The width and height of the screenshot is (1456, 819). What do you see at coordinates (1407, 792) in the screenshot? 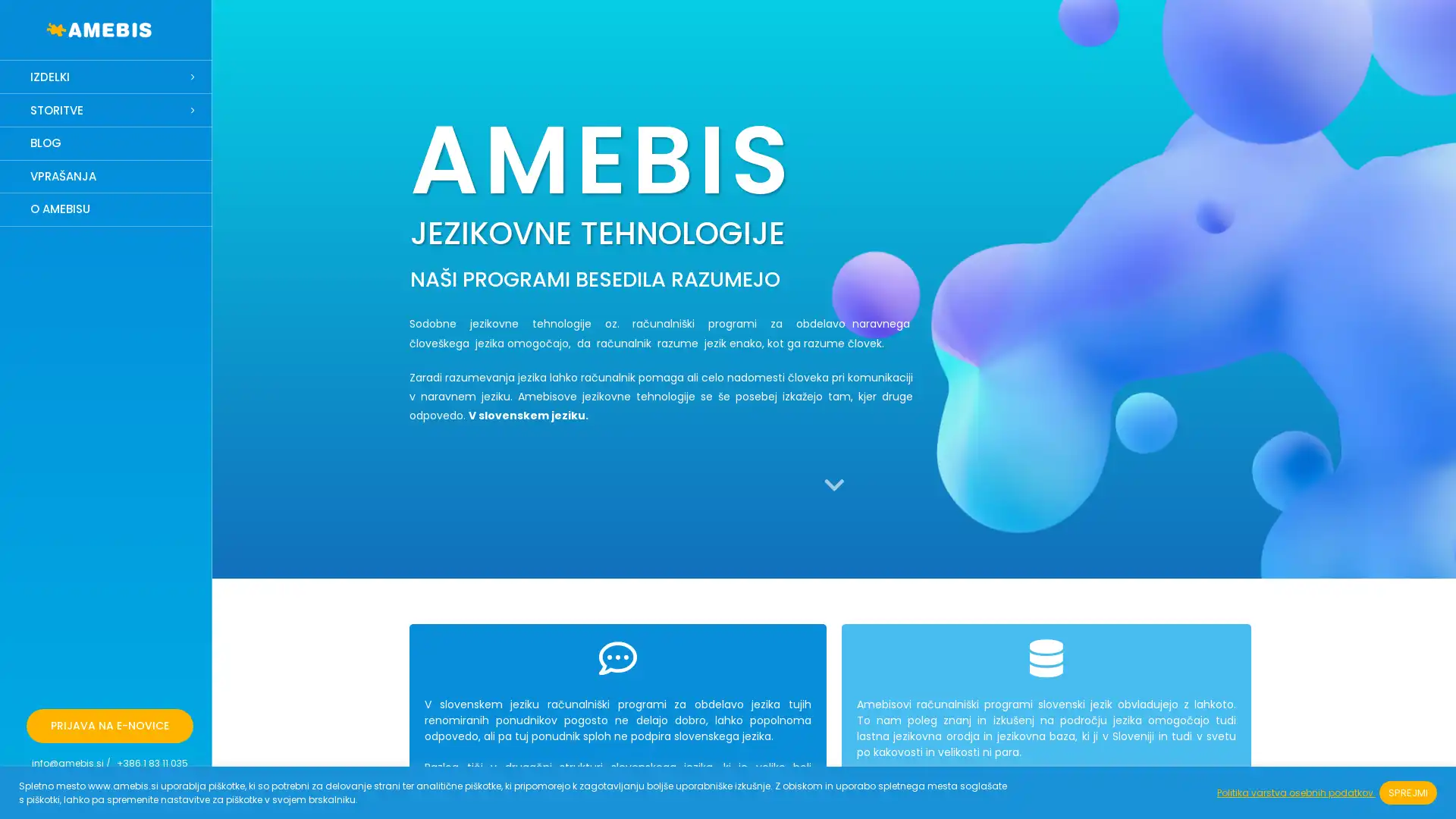
I see `SPREJMI` at bounding box center [1407, 792].